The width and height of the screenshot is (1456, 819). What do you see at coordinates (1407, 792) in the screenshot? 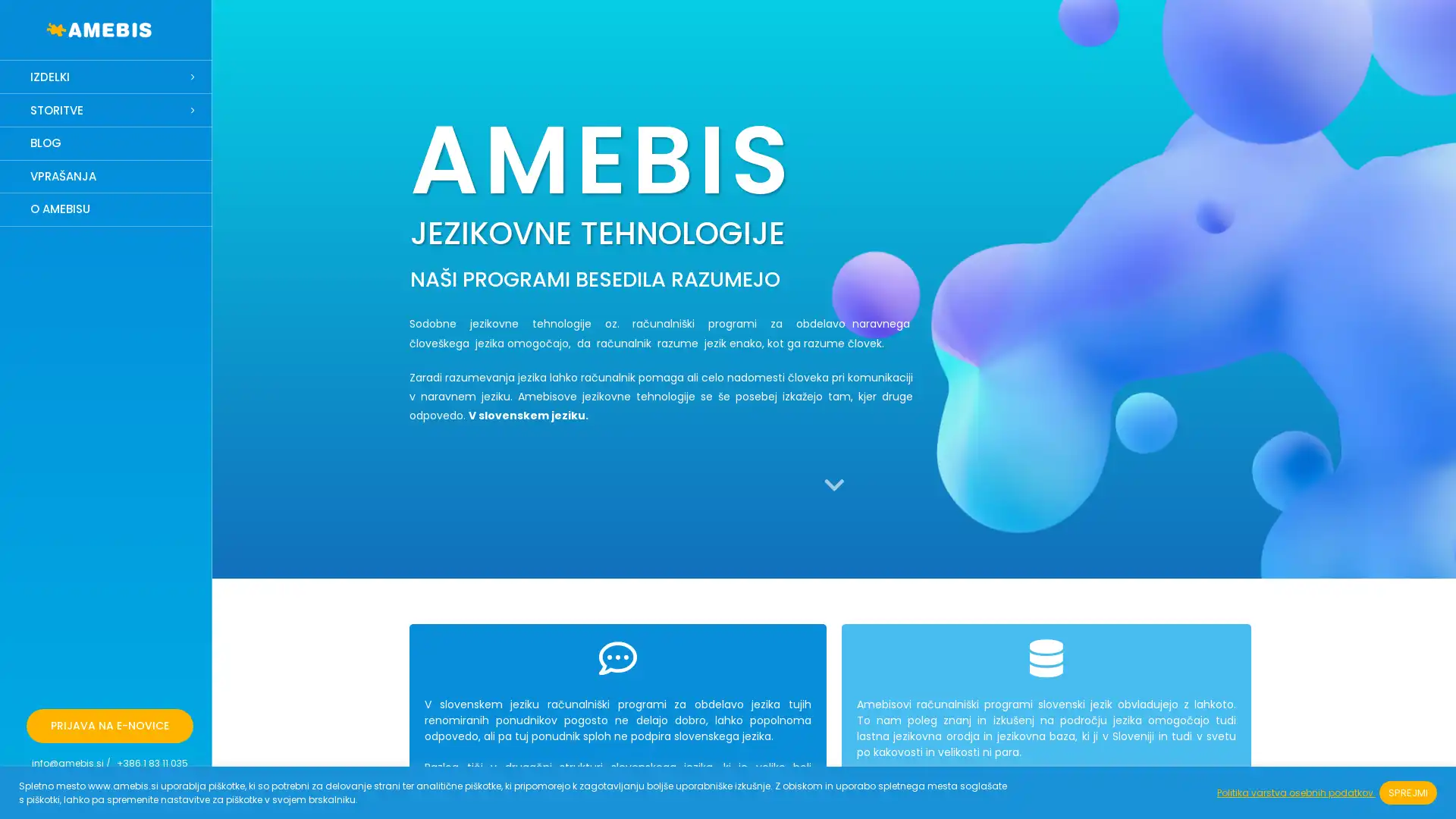
I see `SPREJMI` at bounding box center [1407, 792].